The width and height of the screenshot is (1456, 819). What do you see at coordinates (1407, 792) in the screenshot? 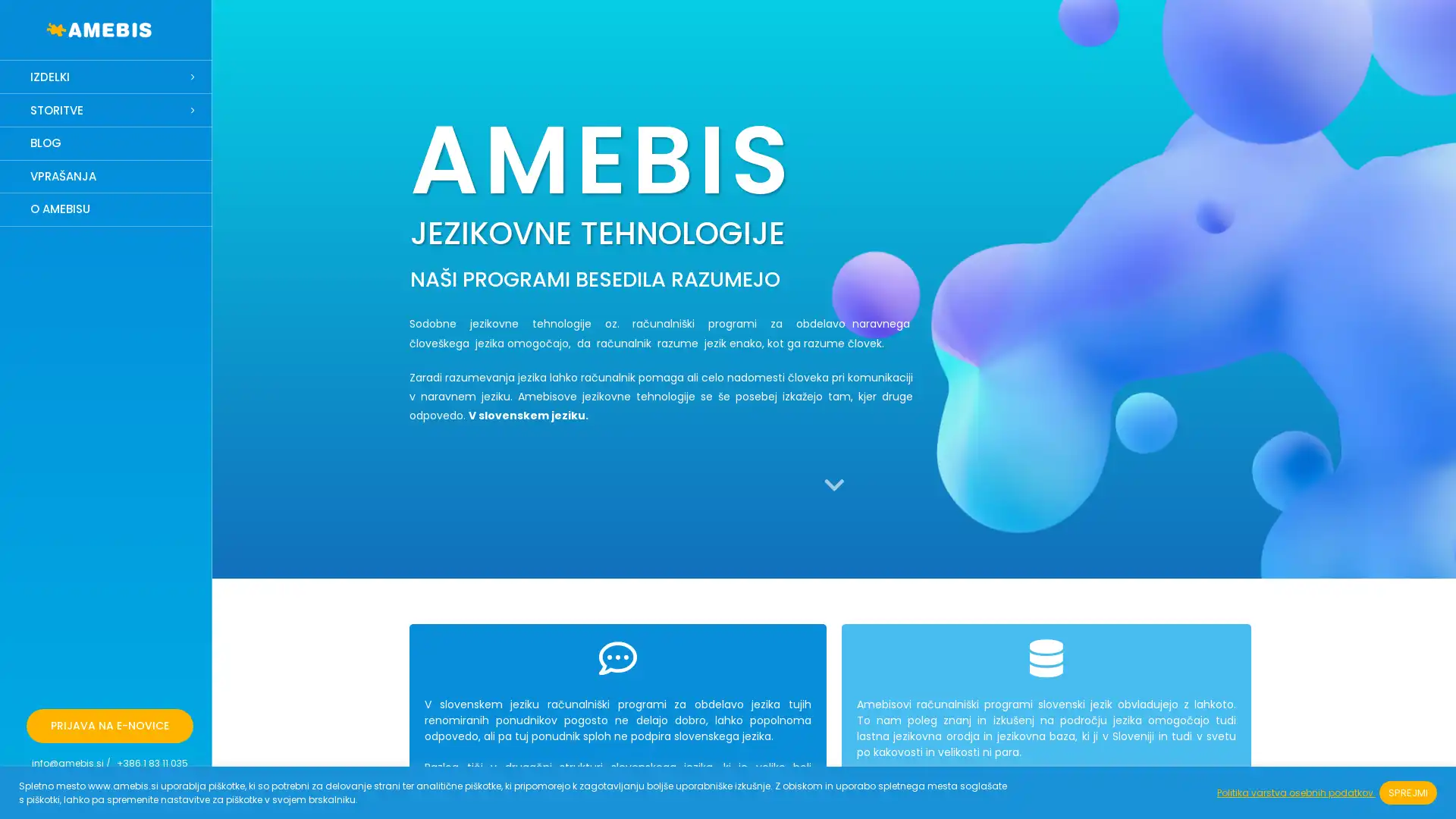
I see `SPREJMI` at bounding box center [1407, 792].